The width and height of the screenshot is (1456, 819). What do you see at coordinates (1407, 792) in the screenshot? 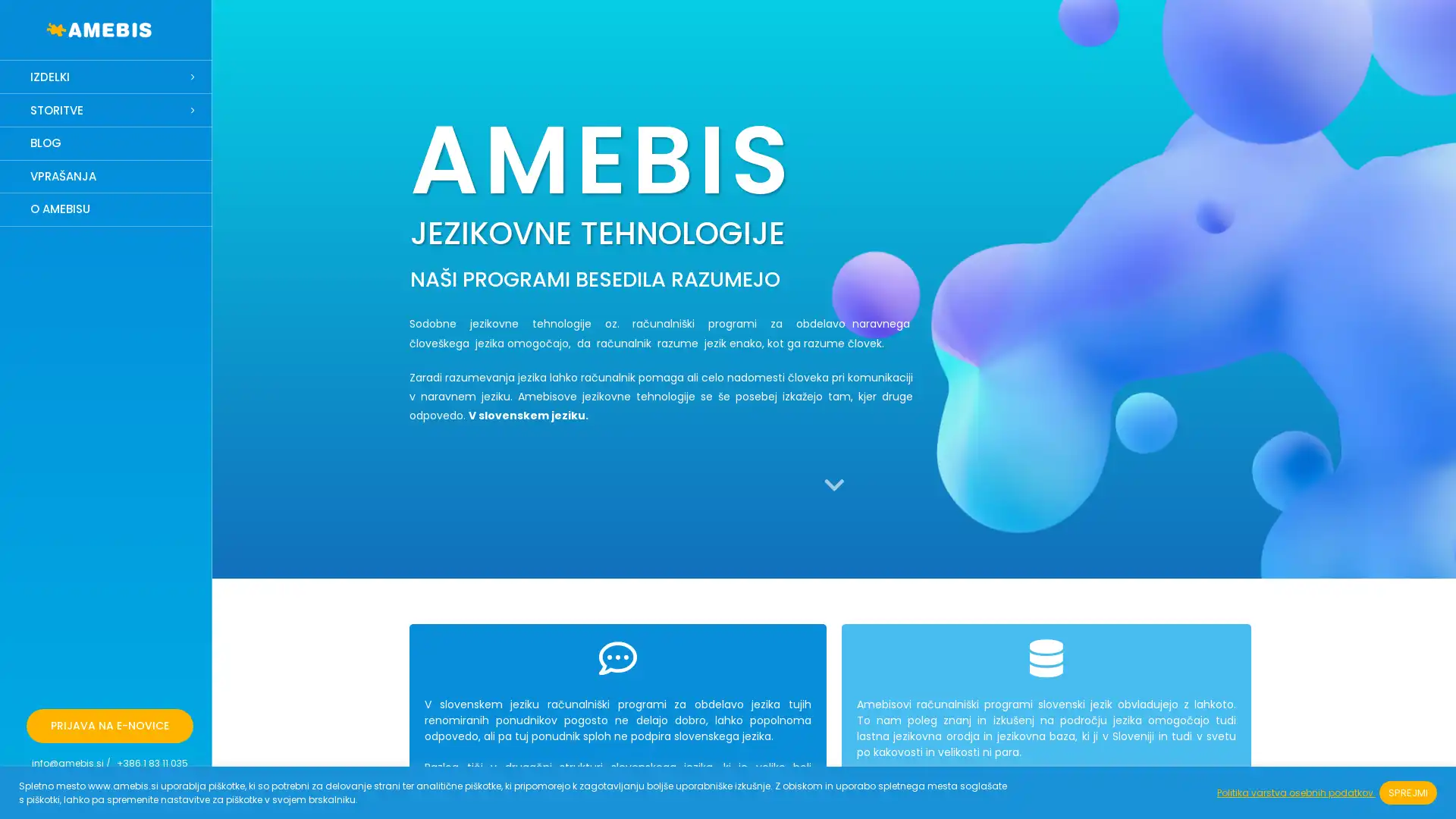
I see `SPREJMI` at bounding box center [1407, 792].